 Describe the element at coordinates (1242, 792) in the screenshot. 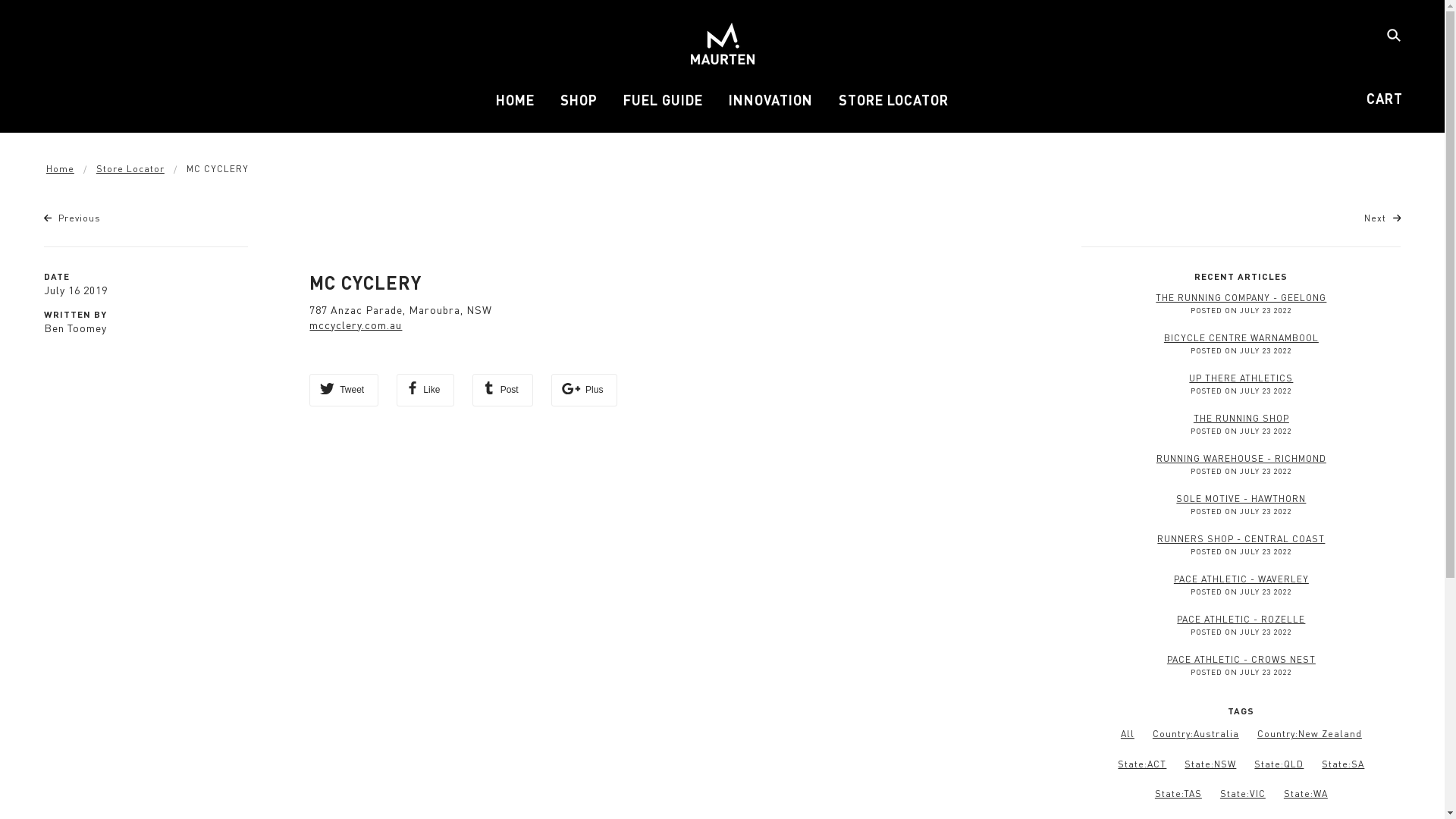

I see `'State:VIC'` at that location.